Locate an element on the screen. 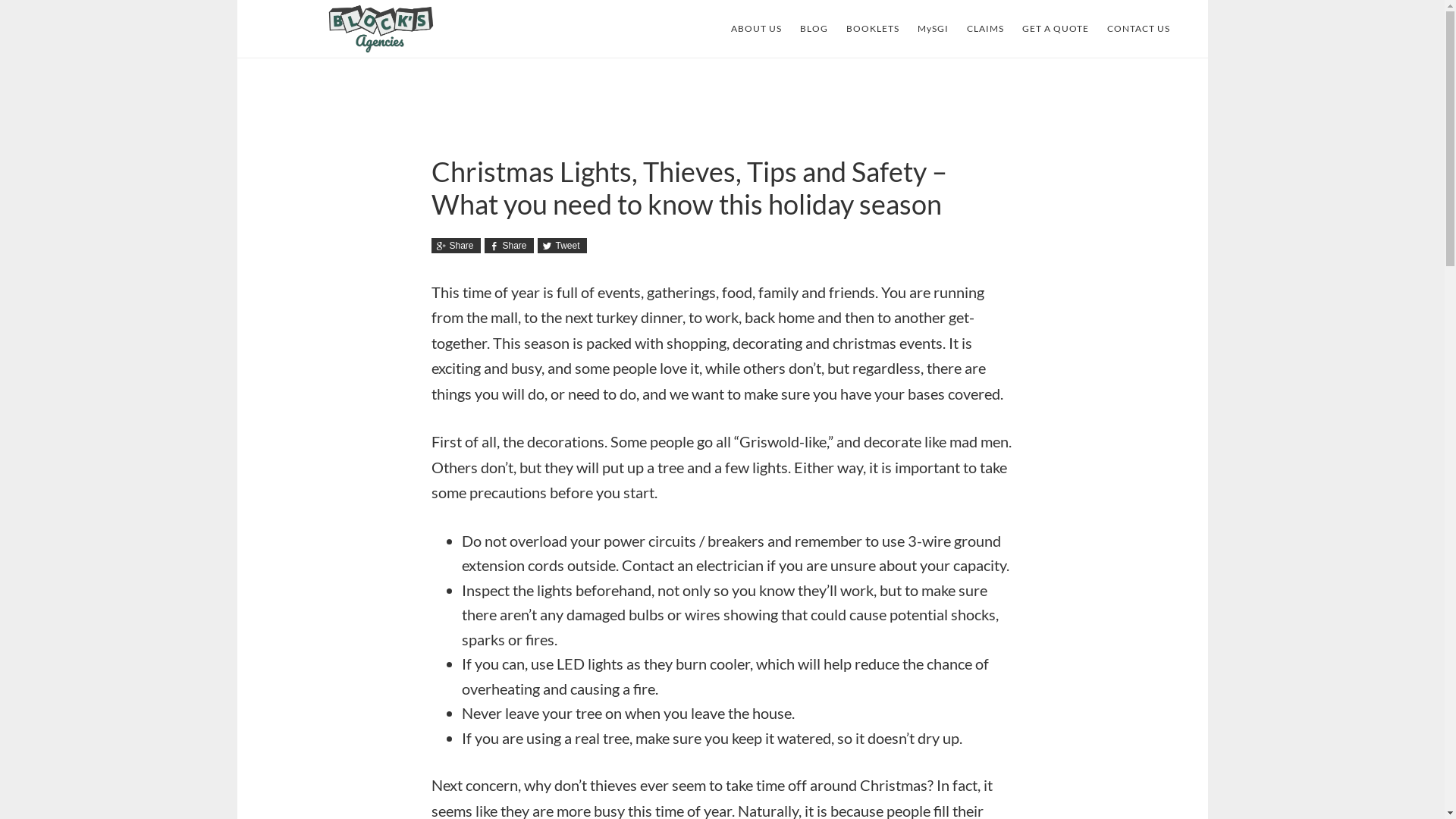 This screenshot has height=819, width=1456. 'MySGI' is located at coordinates (932, 29).